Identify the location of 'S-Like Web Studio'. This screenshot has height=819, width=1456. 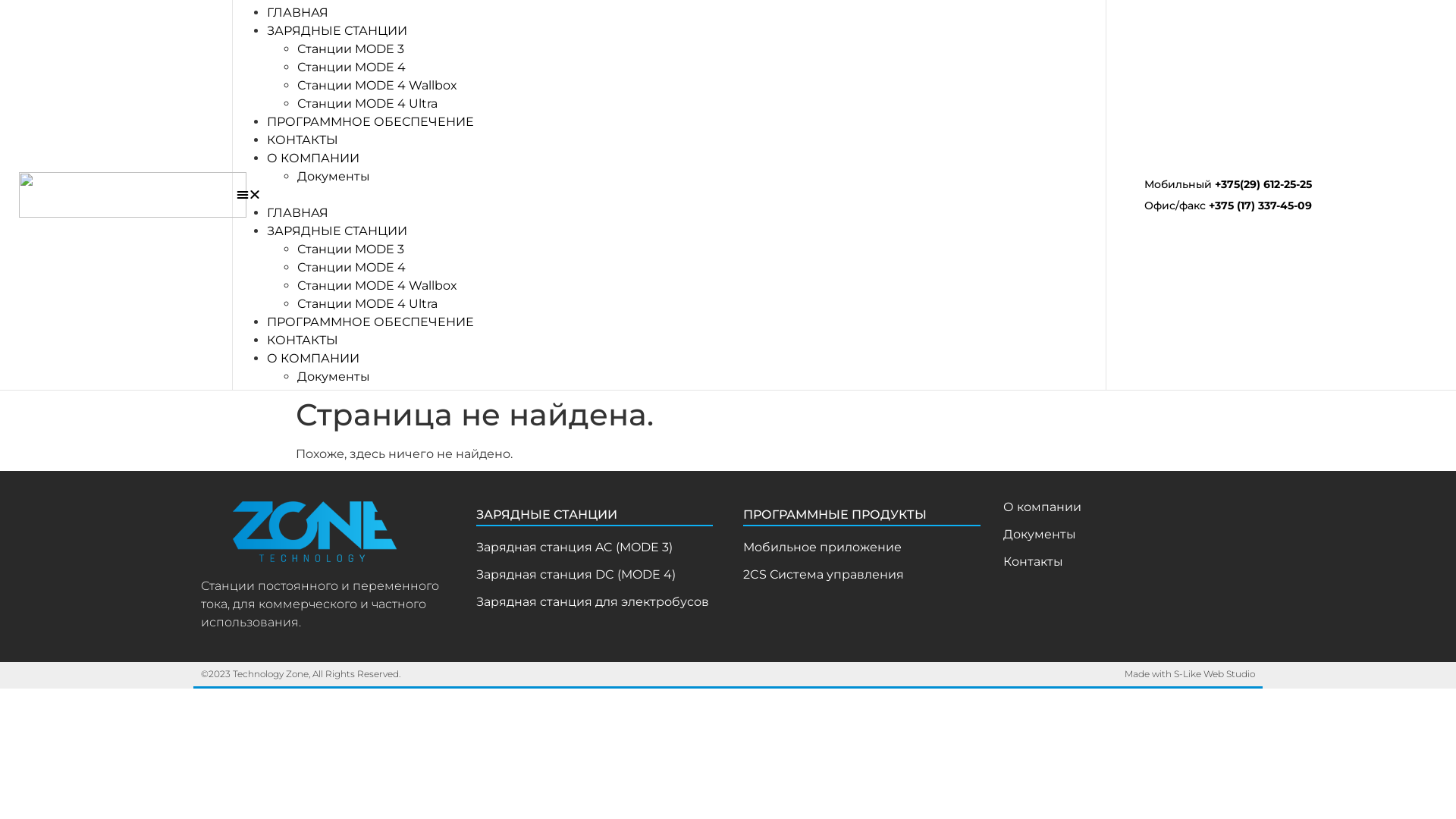
(1214, 673).